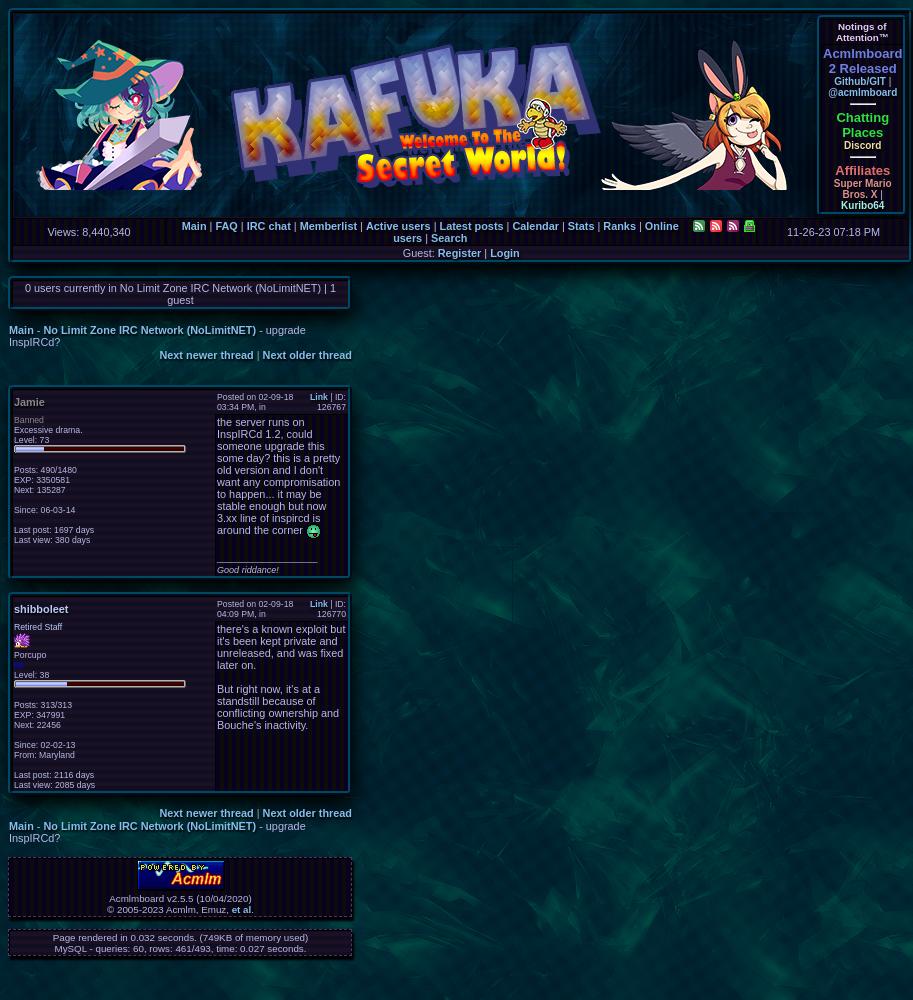 This screenshot has width=913, height=1000. What do you see at coordinates (327, 225) in the screenshot?
I see `'Memberlist'` at bounding box center [327, 225].